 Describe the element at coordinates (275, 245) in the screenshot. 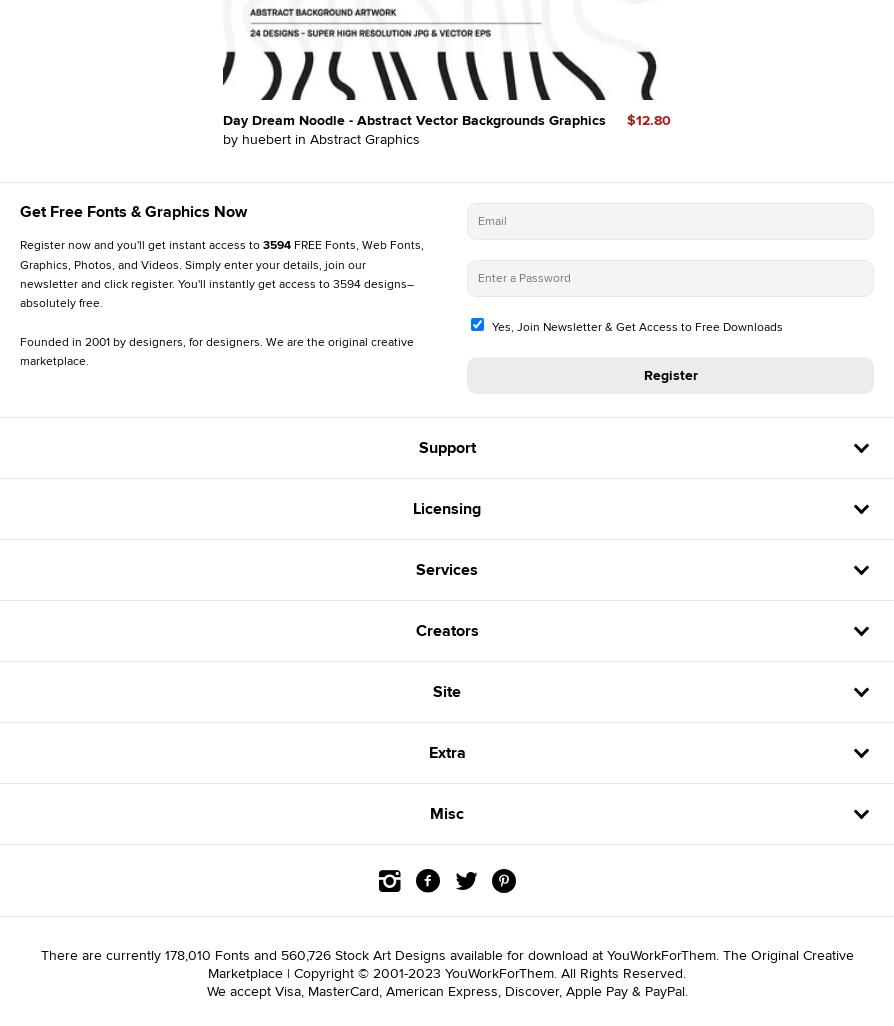

I see `'3594'` at that location.